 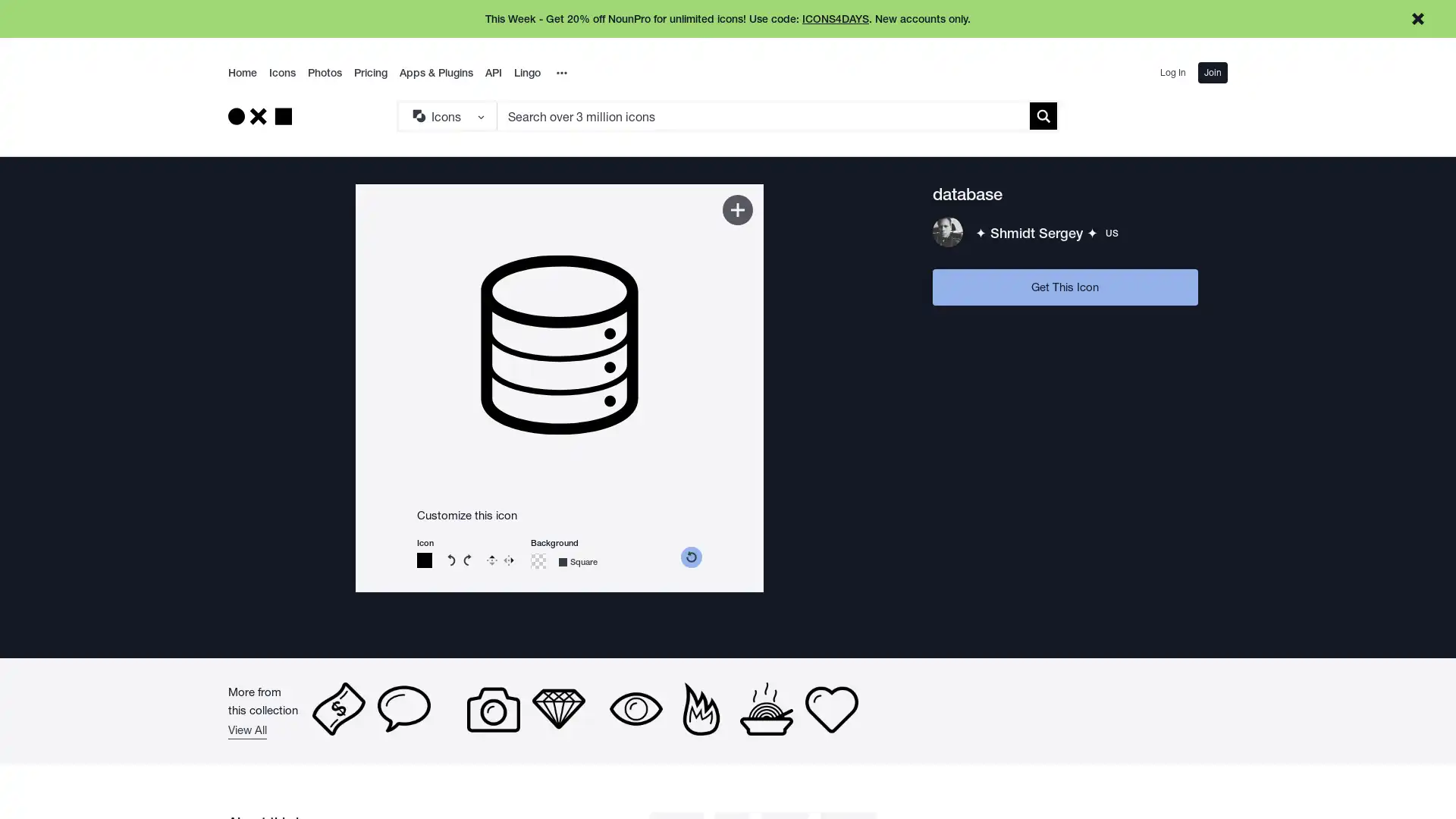 I want to click on Submit search term, so click(x=1041, y=115).